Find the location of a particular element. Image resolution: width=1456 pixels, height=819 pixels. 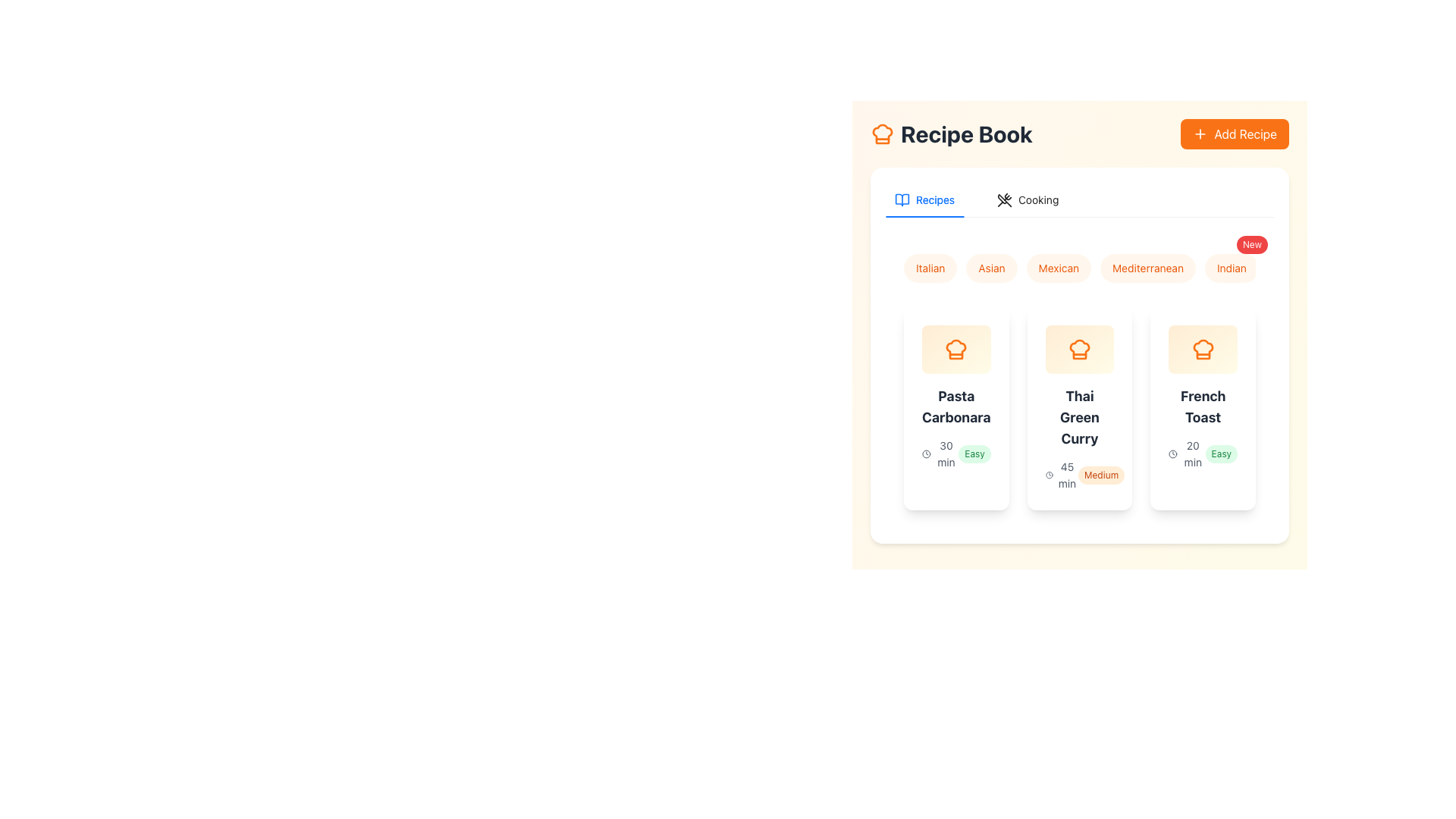

displayed text of the 'Easy' difficulty level label located in the lower right of the 'French Toast' recipe card, adjacent to the time indicator '20 min' is located at coordinates (1221, 453).